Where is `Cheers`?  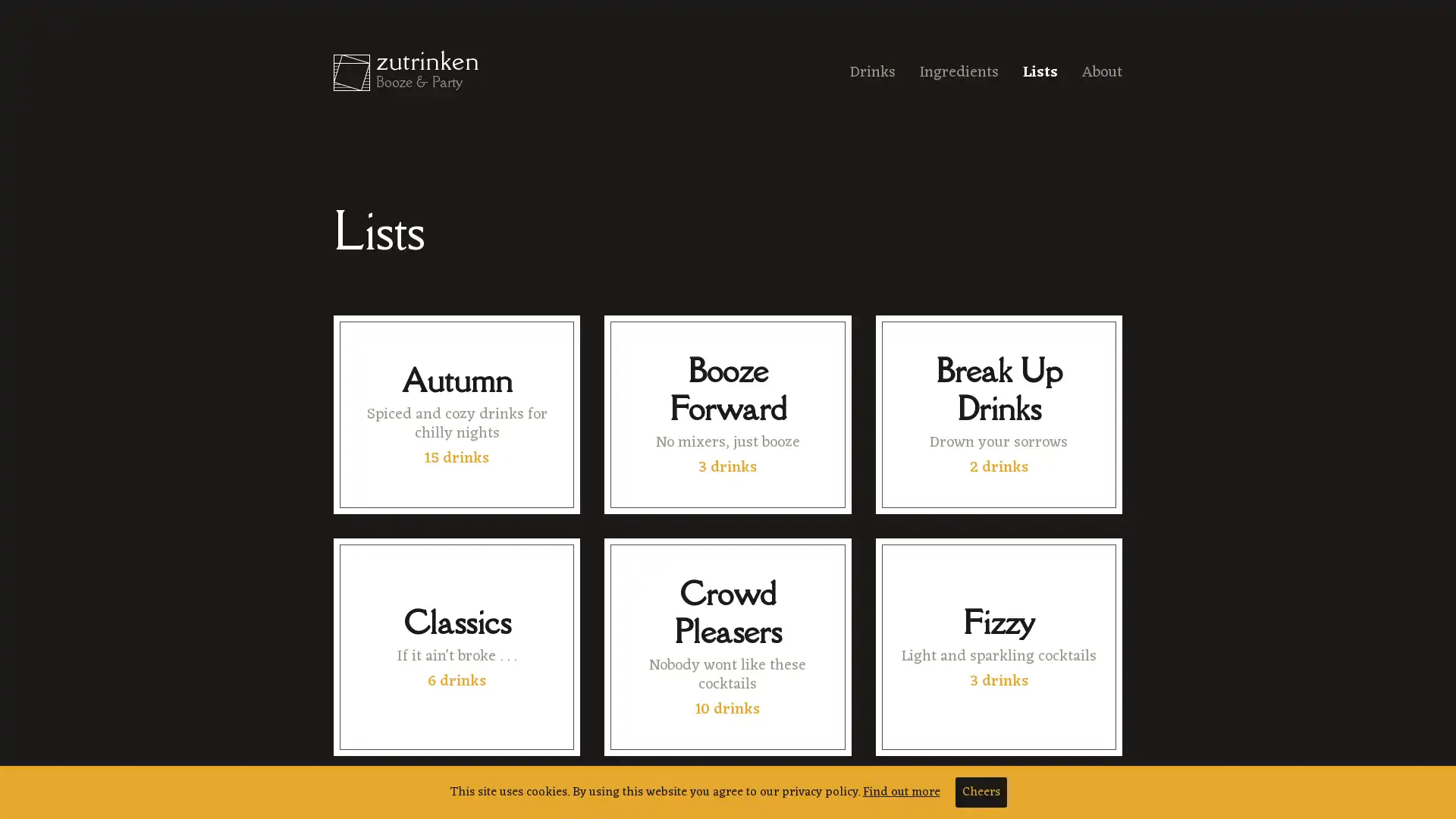 Cheers is located at coordinates (980, 792).